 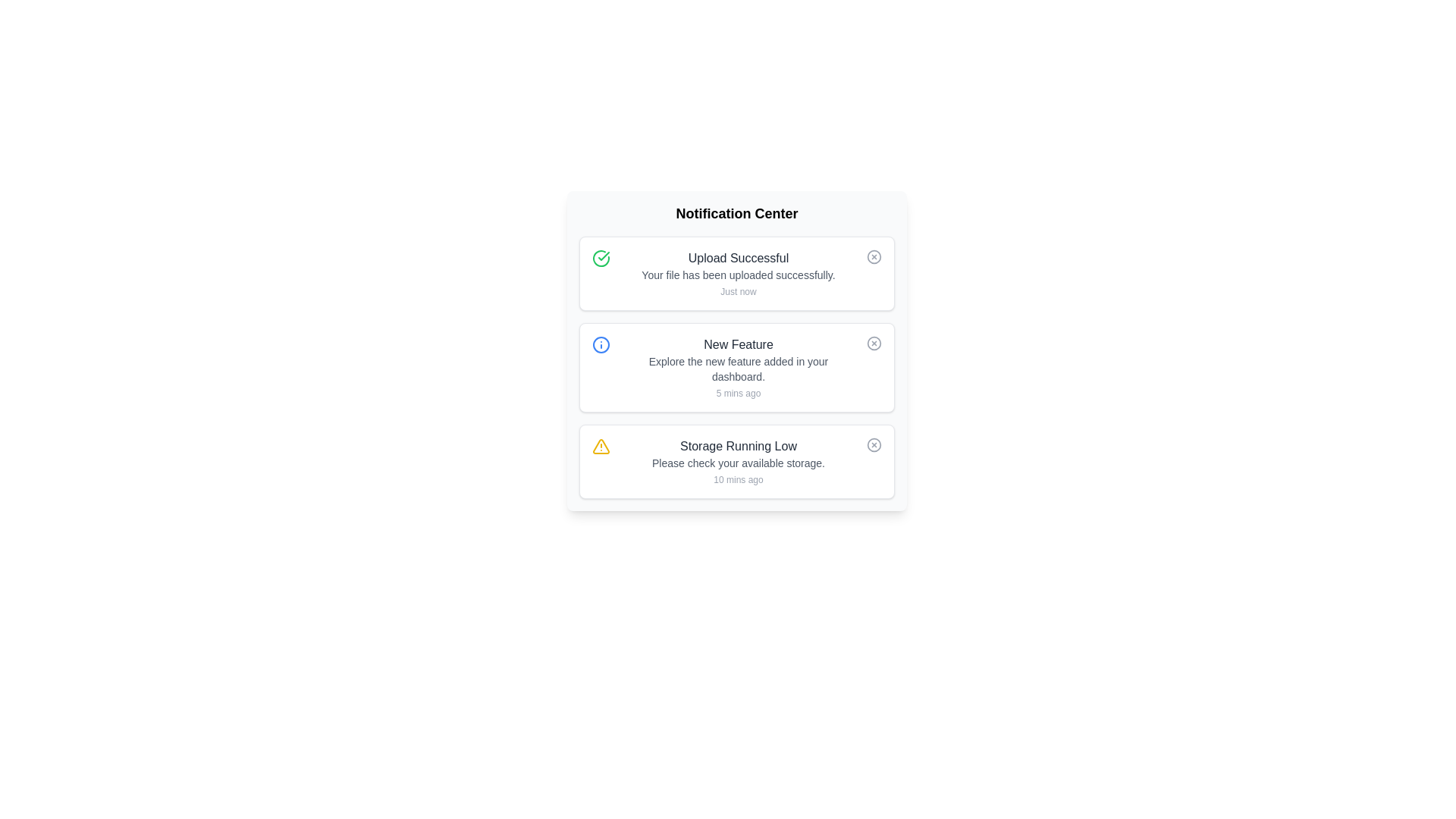 I want to click on the text label that displays 'Your file has been uploaded successfully.', so click(x=739, y=275).